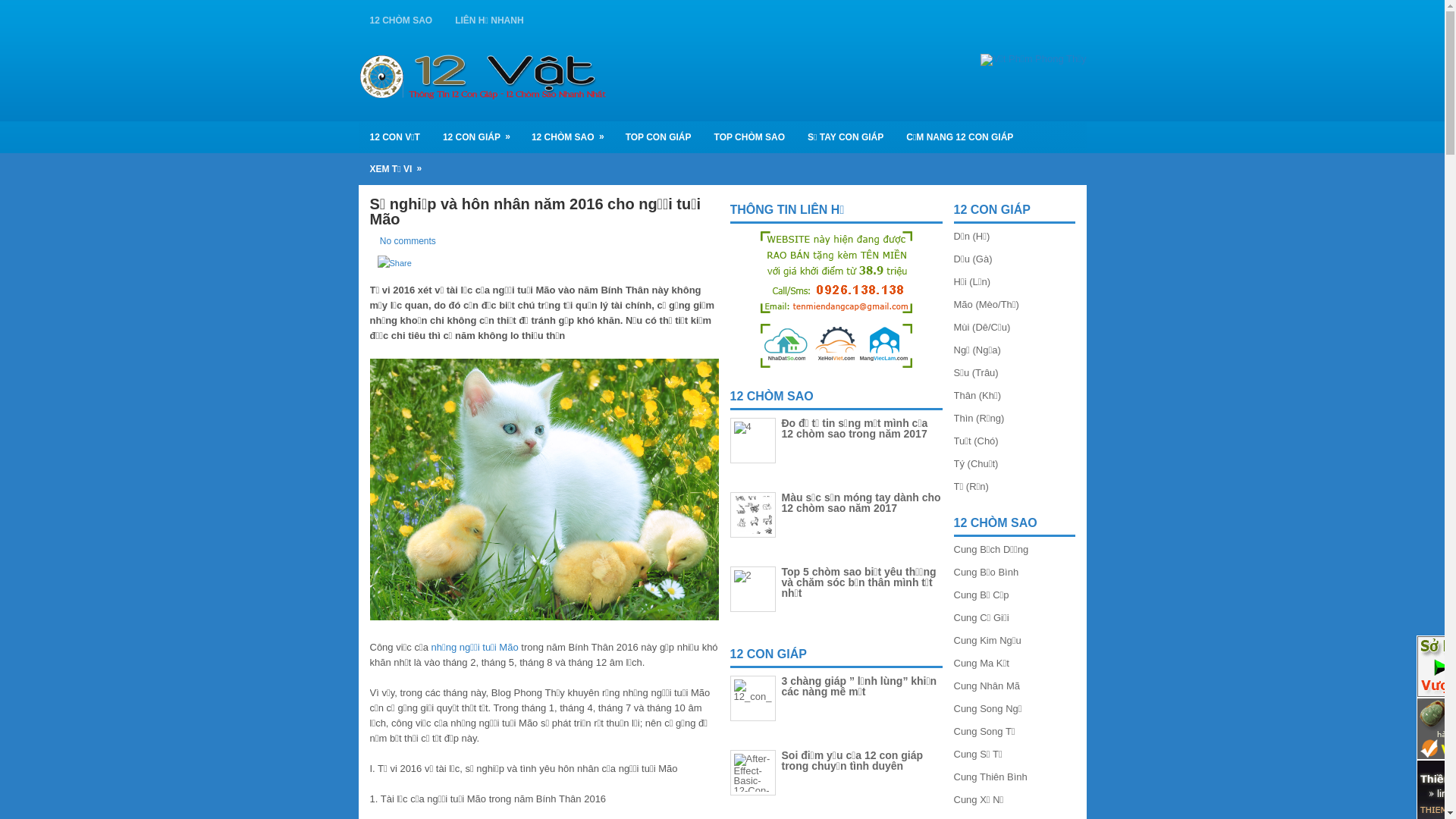 This screenshot has width=1456, height=819. What do you see at coordinates (407, 240) in the screenshot?
I see `'No comments'` at bounding box center [407, 240].